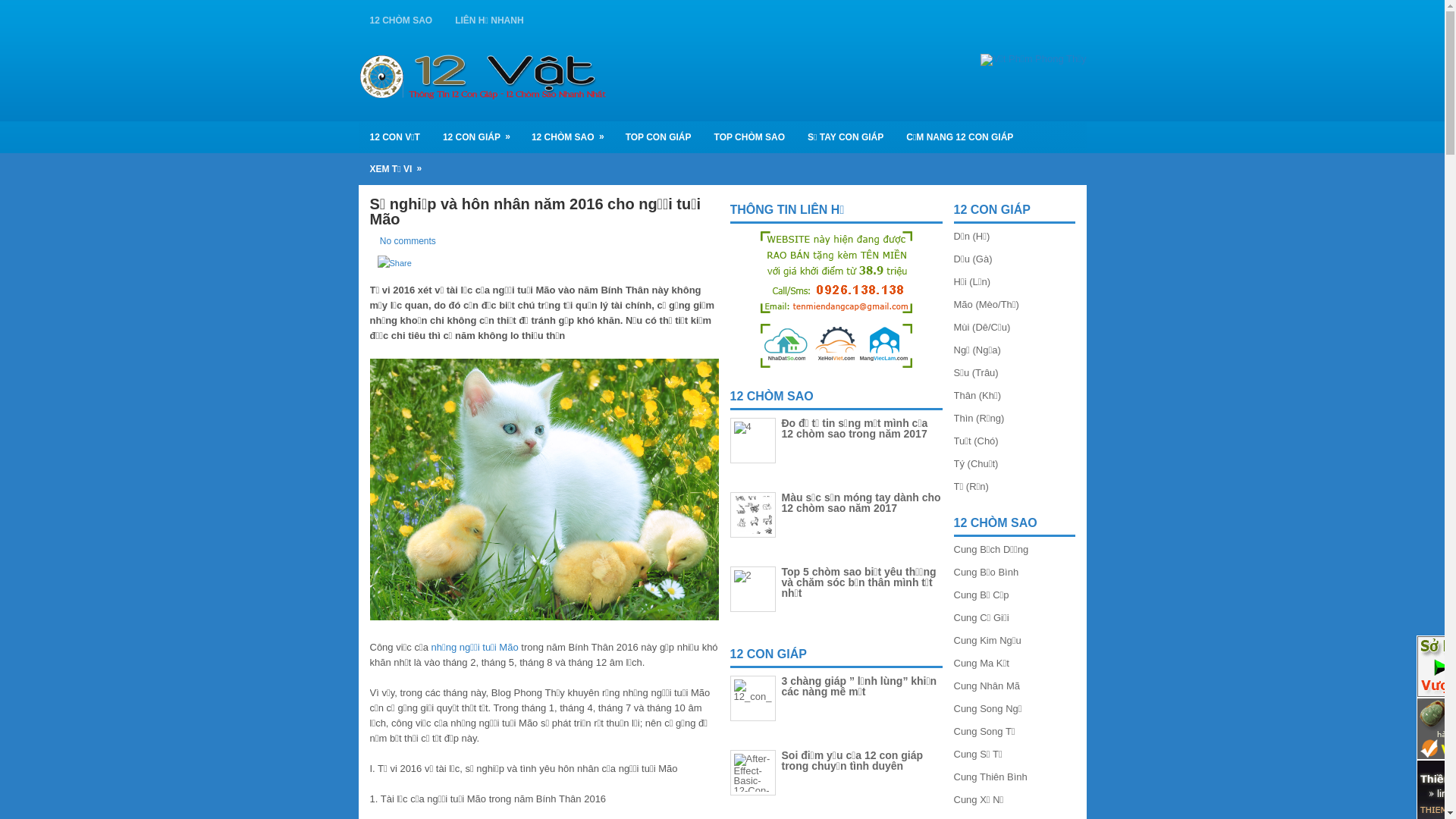 This screenshot has width=1456, height=819. What do you see at coordinates (407, 240) in the screenshot?
I see `'No comments'` at bounding box center [407, 240].